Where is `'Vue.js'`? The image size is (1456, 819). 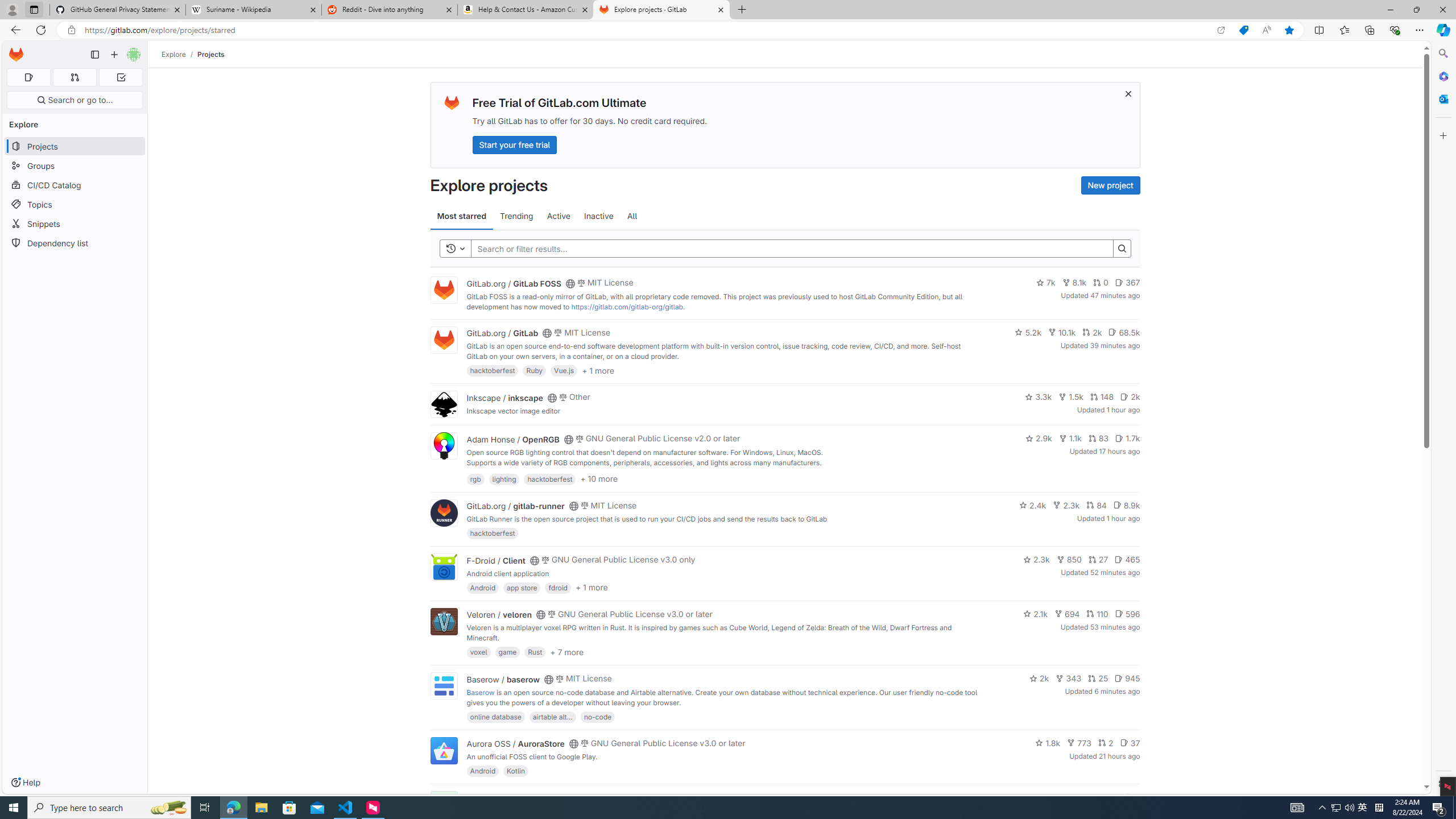 'Vue.js' is located at coordinates (564, 370).